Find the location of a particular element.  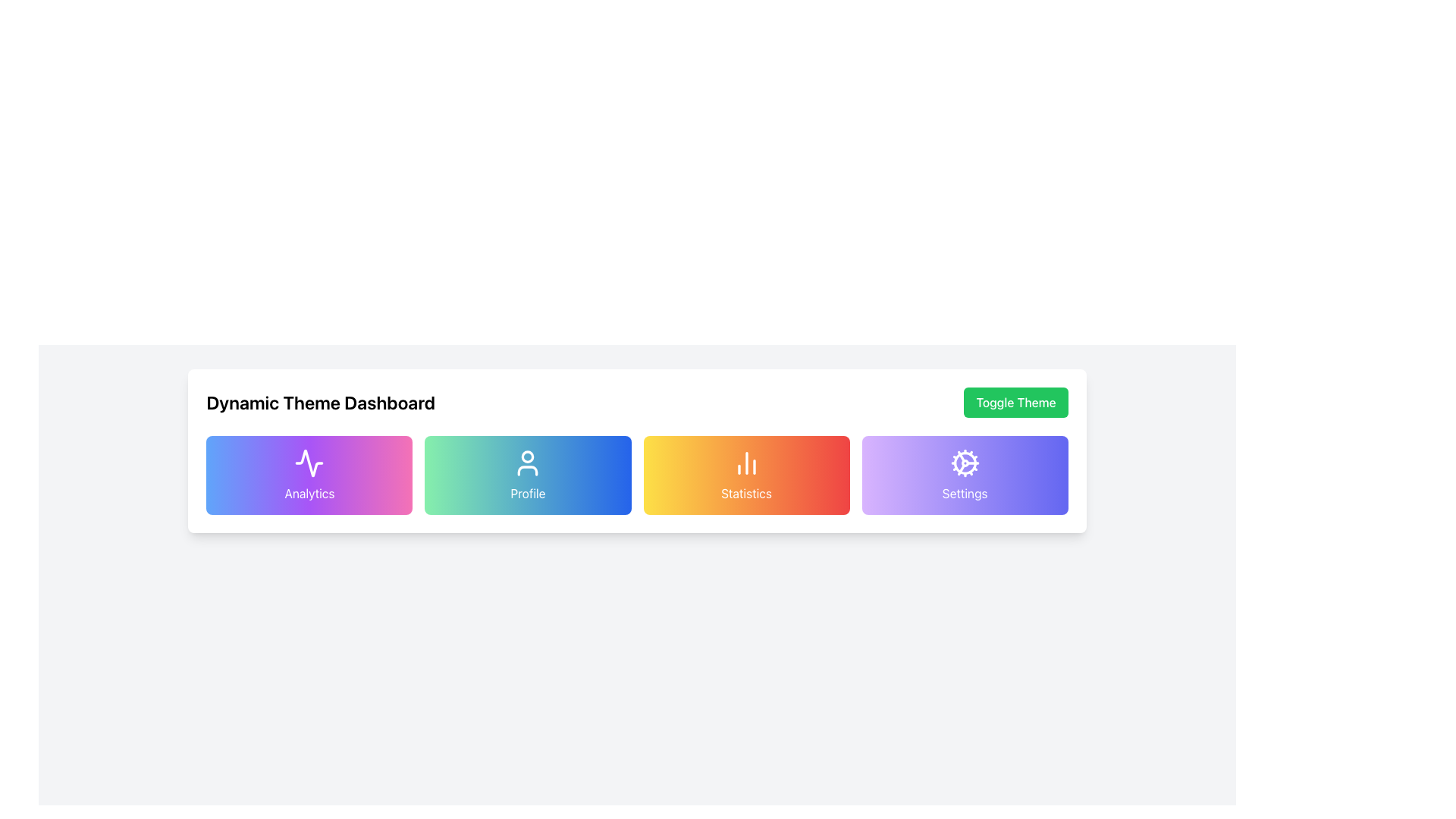

the theme toggle button located in the upper-right corner of the 'Dynamic Theme Dashboard' to switch the application's visual theme is located at coordinates (1015, 402).